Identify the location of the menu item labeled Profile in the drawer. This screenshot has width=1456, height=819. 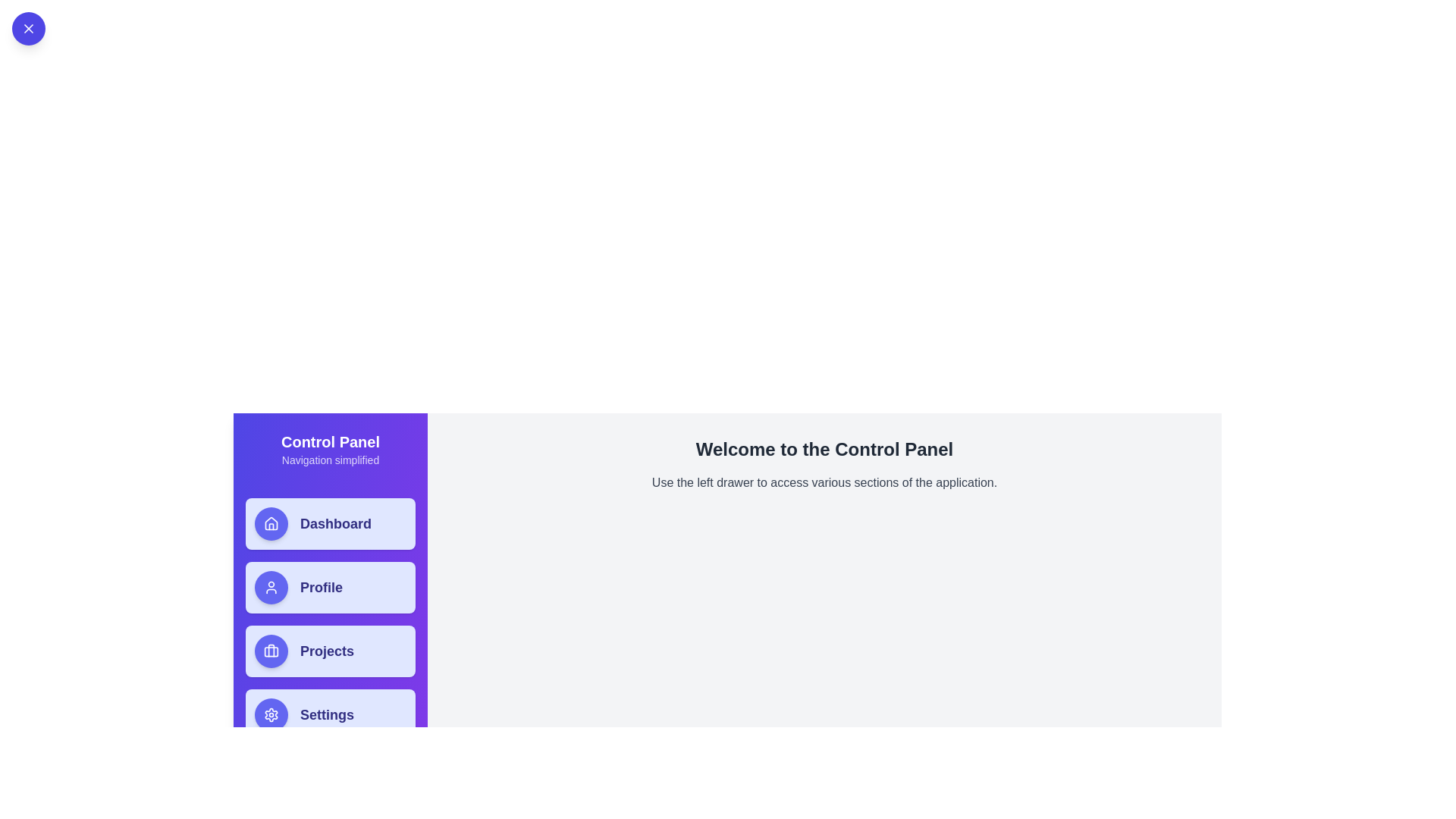
(330, 587).